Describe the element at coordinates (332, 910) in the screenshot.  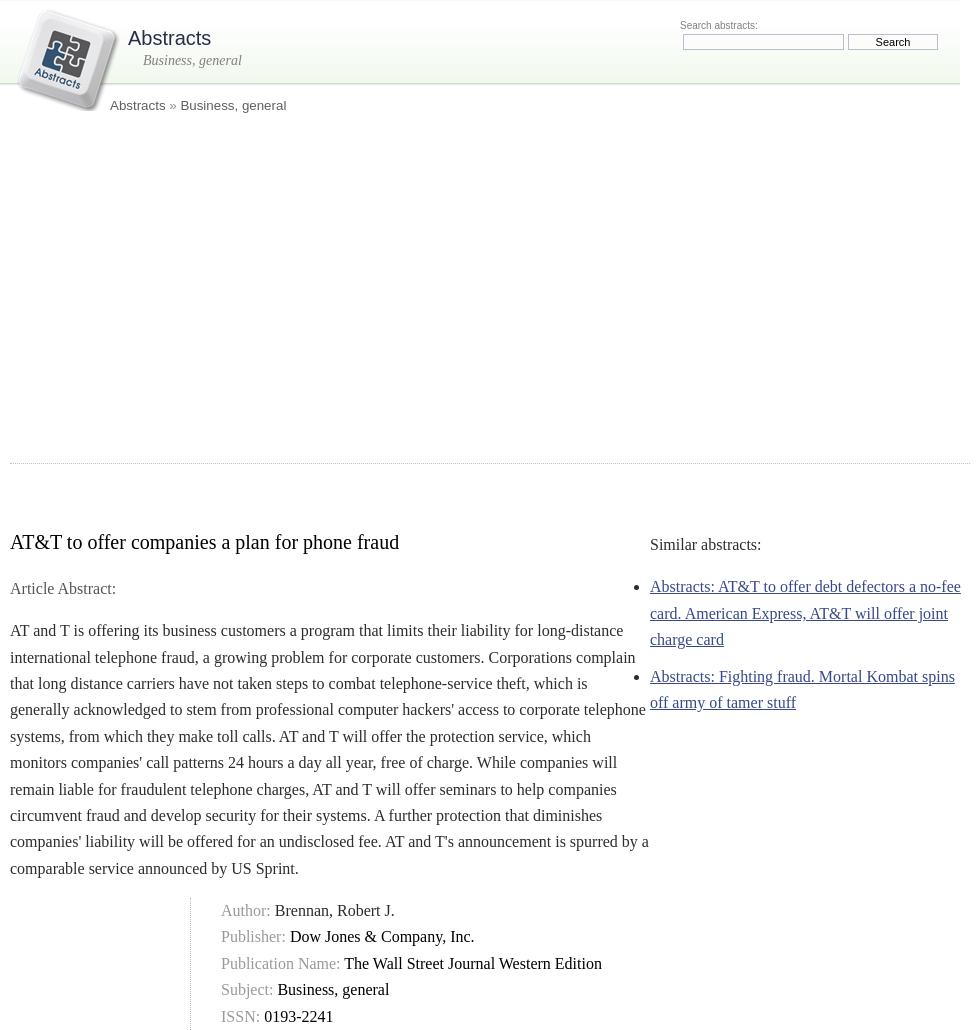
I see `'Brennan, Robert J.'` at that location.